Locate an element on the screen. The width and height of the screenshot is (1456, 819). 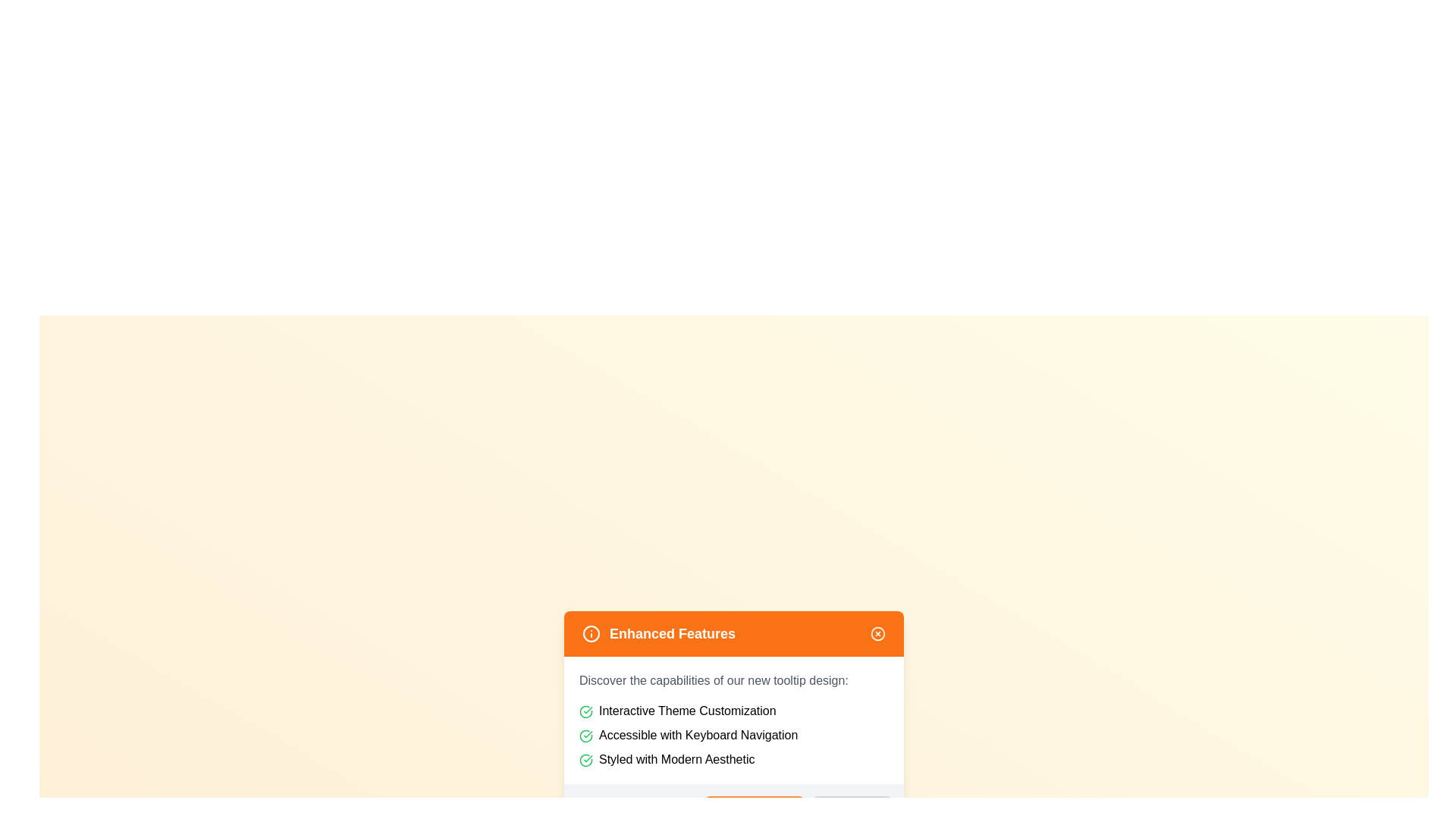
the confirmation icon located to the left of the text 'Styled with Modern Aesthetic' in the tooltip card titled 'Enhanced Features' is located at coordinates (585, 760).